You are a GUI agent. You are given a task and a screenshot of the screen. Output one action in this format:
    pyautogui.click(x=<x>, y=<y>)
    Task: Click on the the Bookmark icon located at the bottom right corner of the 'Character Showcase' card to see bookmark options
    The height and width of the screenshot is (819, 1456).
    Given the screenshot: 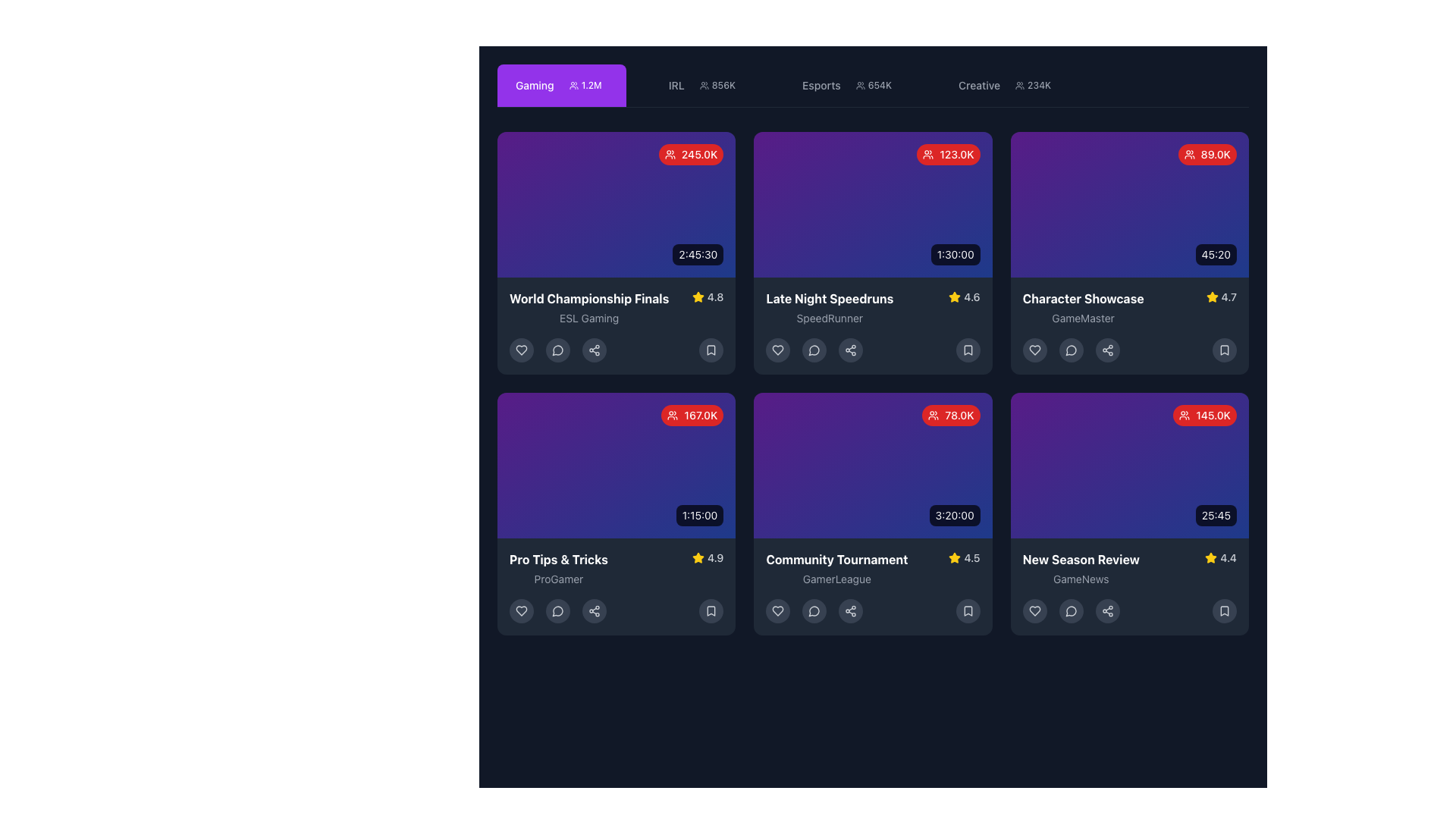 What is the action you would take?
    pyautogui.click(x=1224, y=350)
    